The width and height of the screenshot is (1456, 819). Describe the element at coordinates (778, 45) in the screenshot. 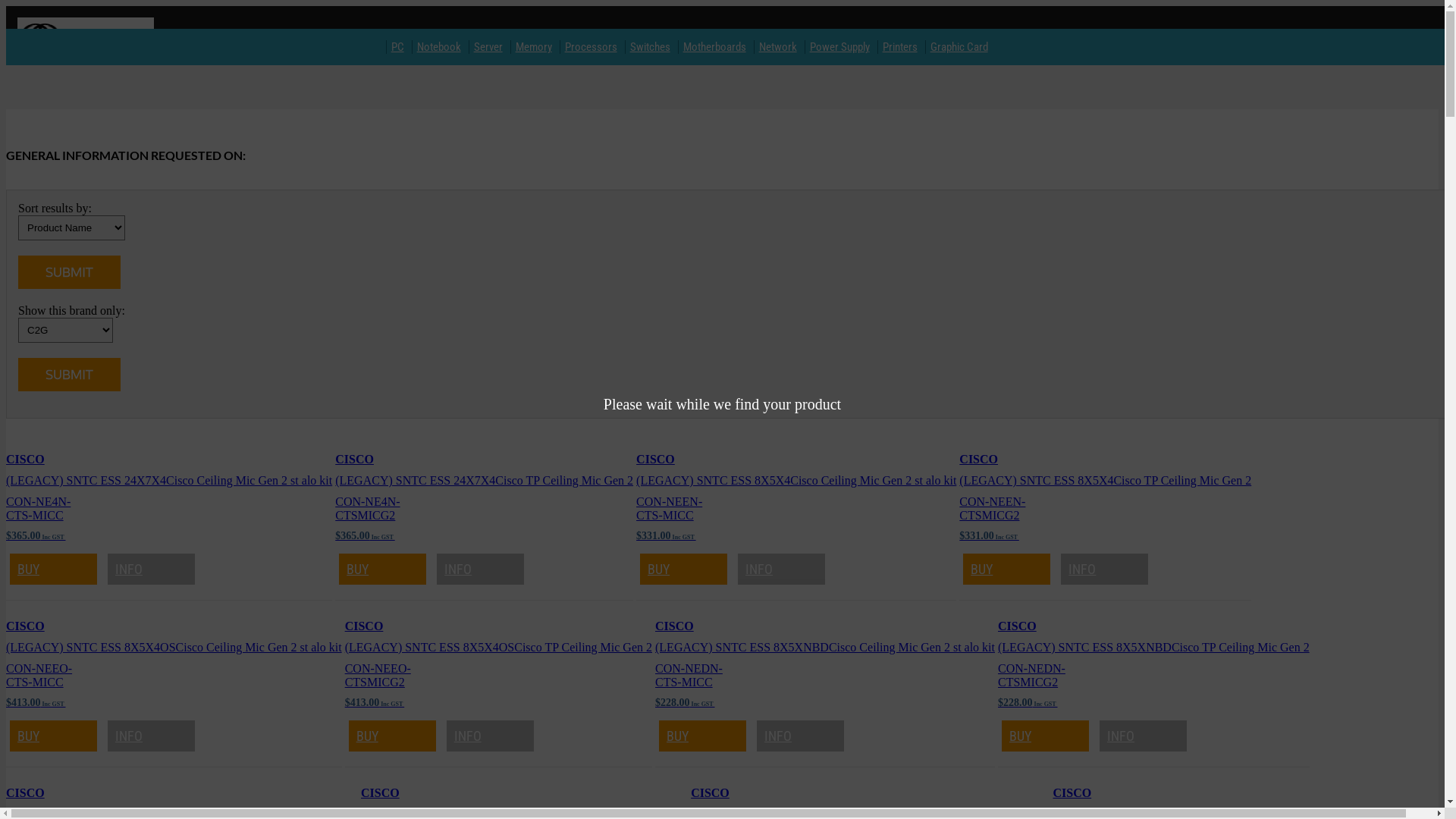

I see `'Network'` at that location.